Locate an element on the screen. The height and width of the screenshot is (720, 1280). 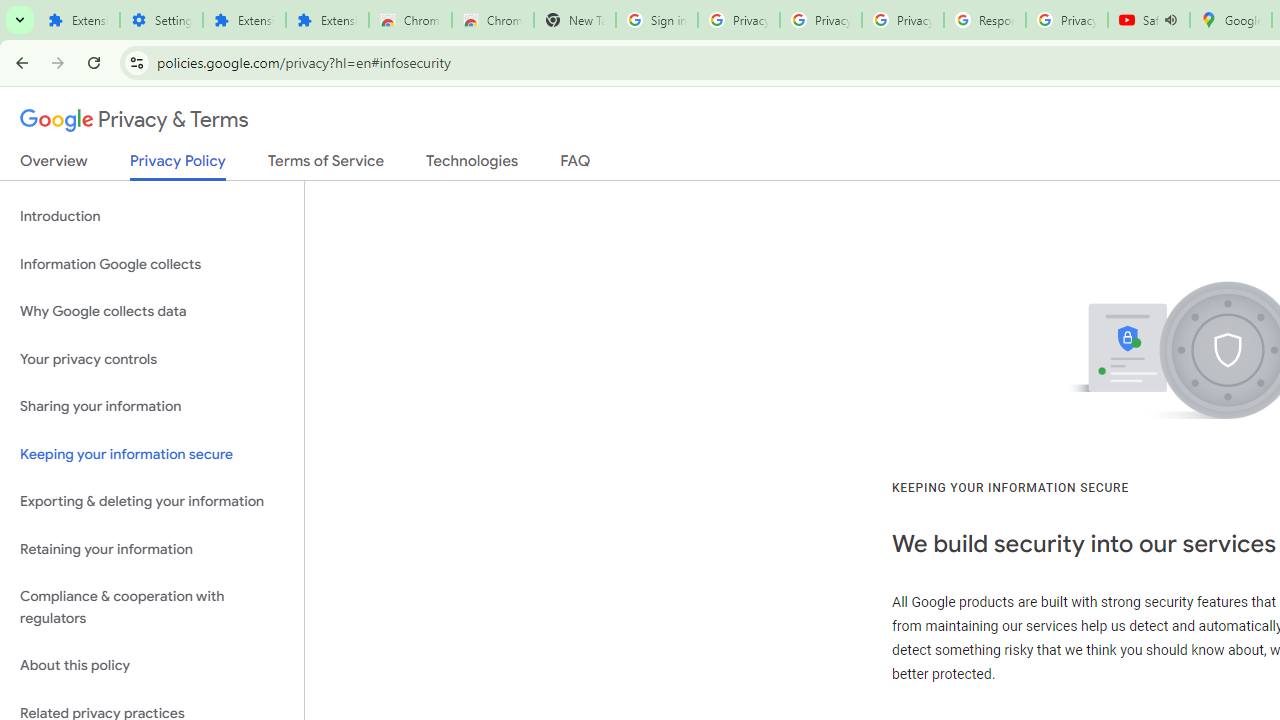
'Technologies' is located at coordinates (471, 164).